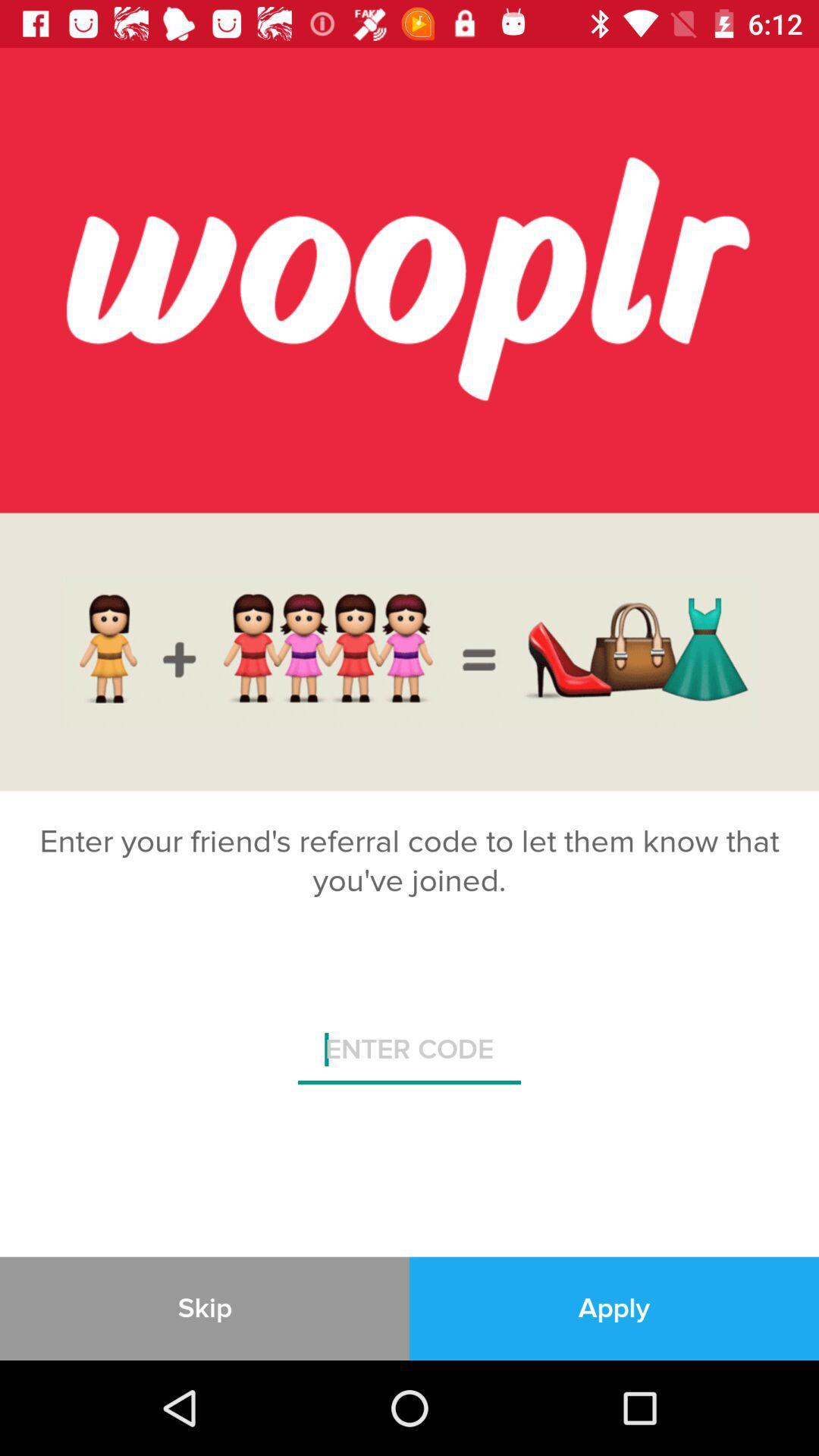 Image resolution: width=819 pixels, height=1456 pixels. I want to click on the icon above skip, so click(409, 1055).